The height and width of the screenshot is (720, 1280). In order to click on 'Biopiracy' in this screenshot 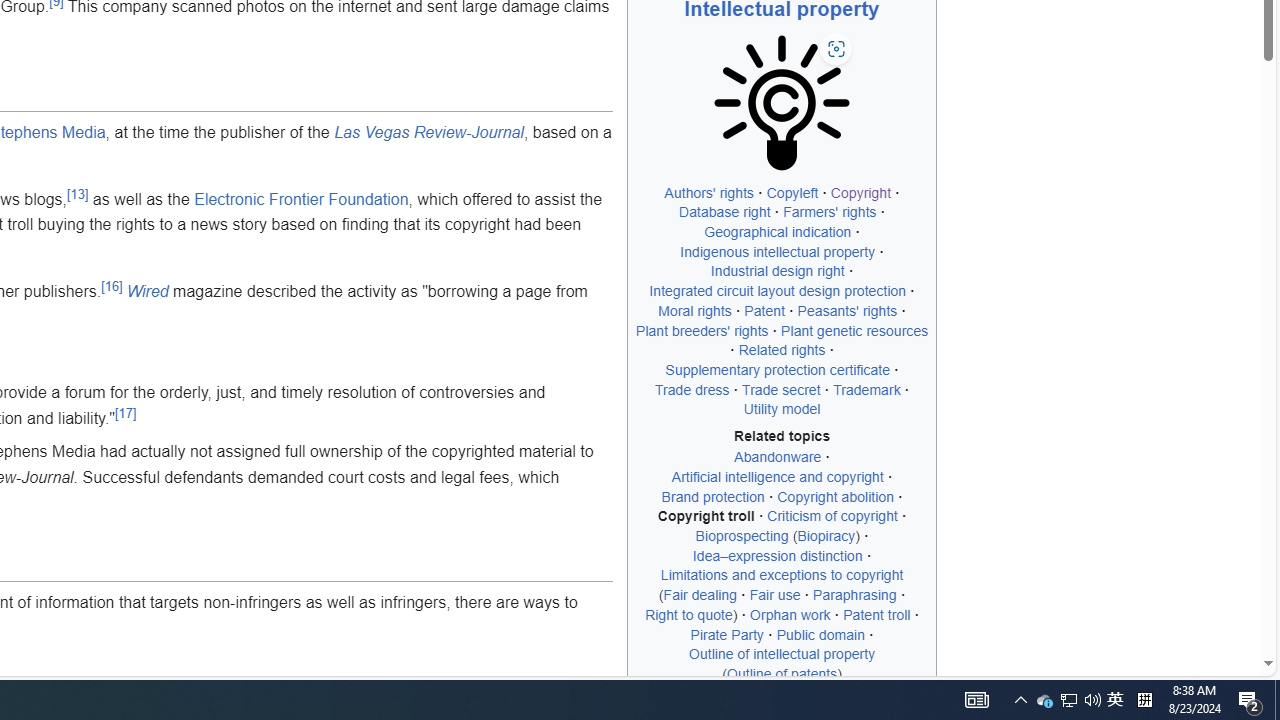, I will do `click(826, 535)`.